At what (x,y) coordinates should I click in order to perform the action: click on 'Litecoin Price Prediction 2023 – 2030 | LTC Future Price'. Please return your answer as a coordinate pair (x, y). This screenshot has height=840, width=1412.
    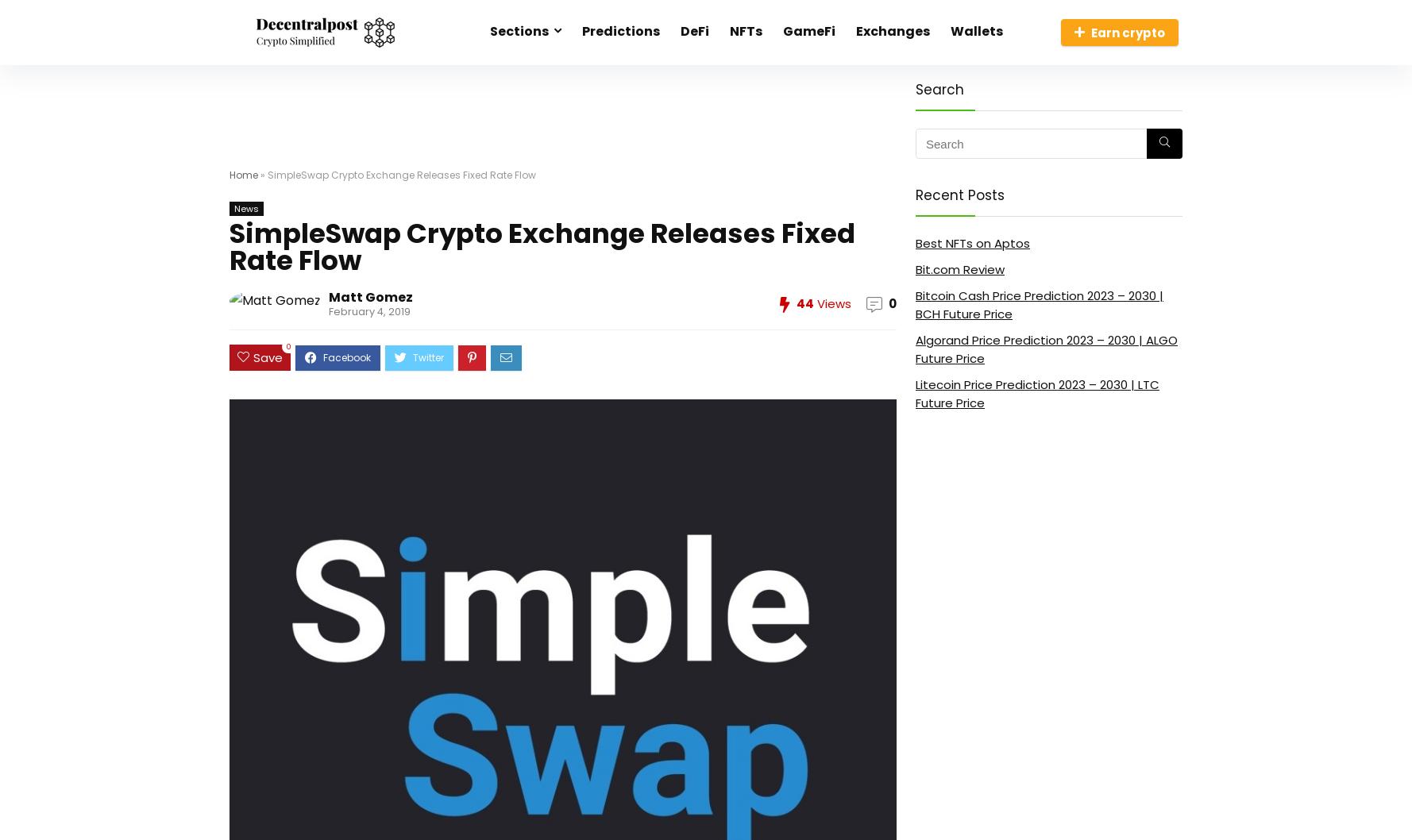
    Looking at the image, I should click on (1037, 392).